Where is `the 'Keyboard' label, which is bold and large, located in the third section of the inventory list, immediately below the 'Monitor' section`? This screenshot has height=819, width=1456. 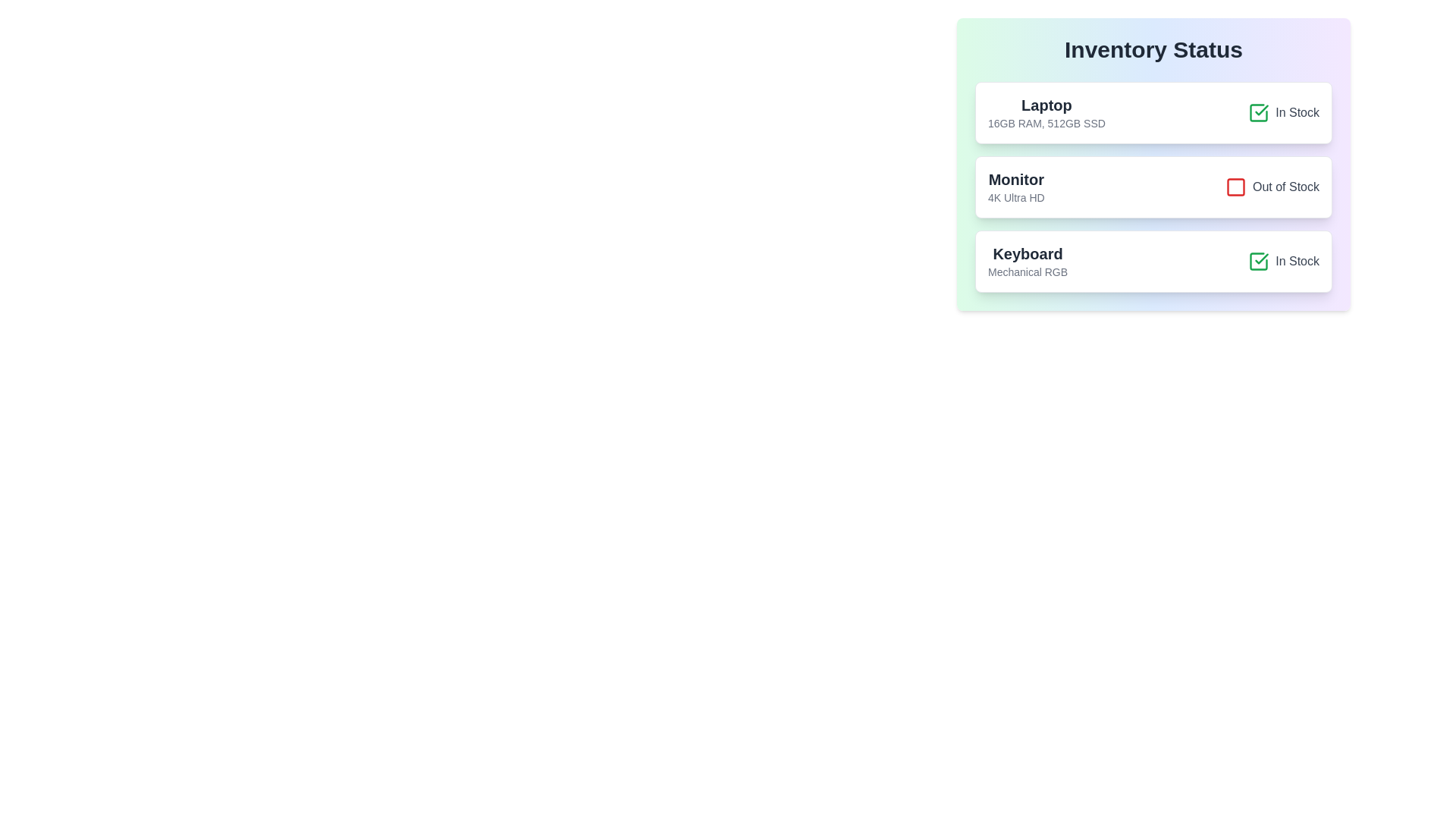
the 'Keyboard' label, which is bold and large, located in the third section of the inventory list, immediately below the 'Monitor' section is located at coordinates (1028, 260).